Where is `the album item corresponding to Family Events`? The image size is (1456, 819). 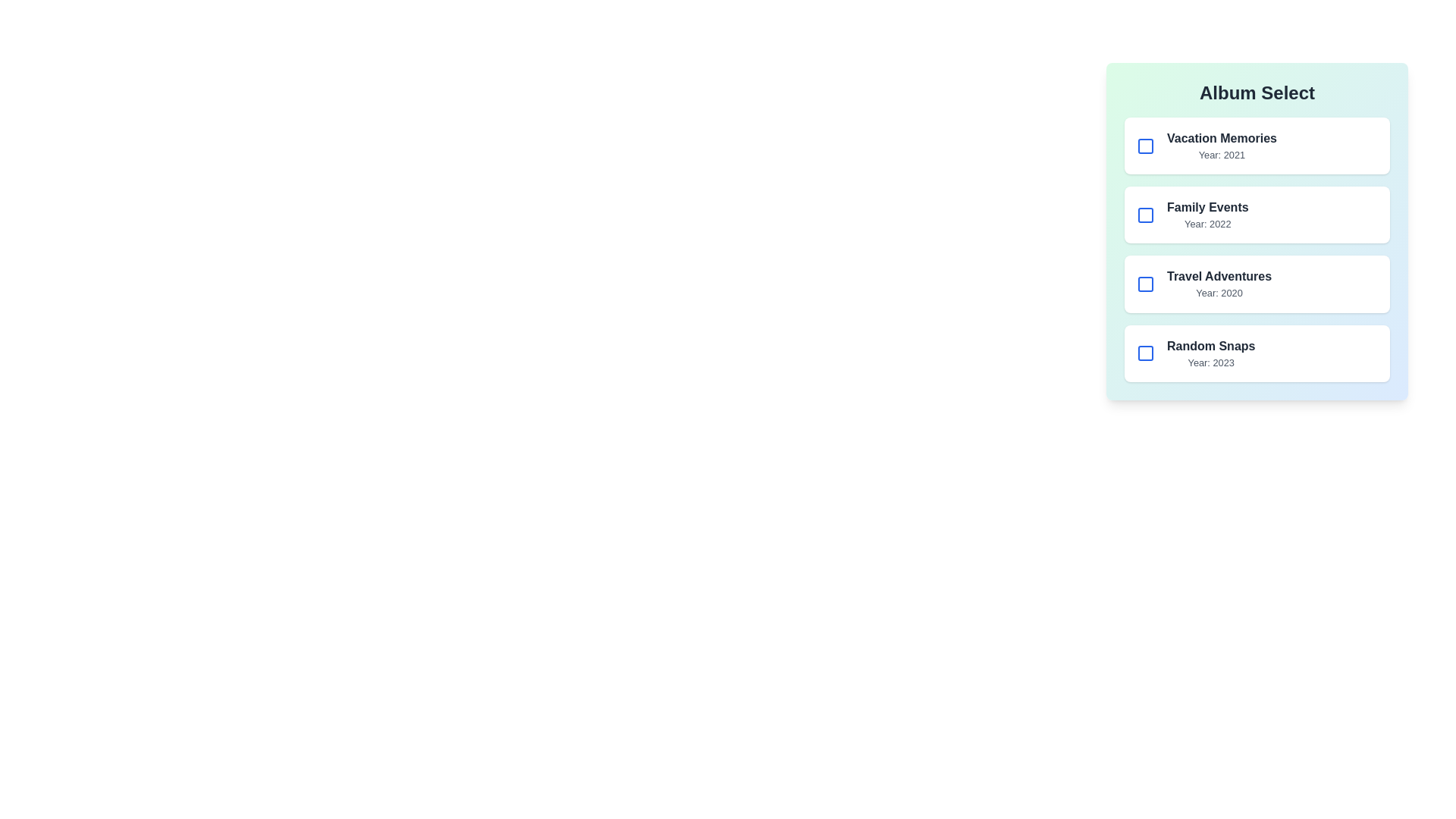 the album item corresponding to Family Events is located at coordinates (1257, 215).